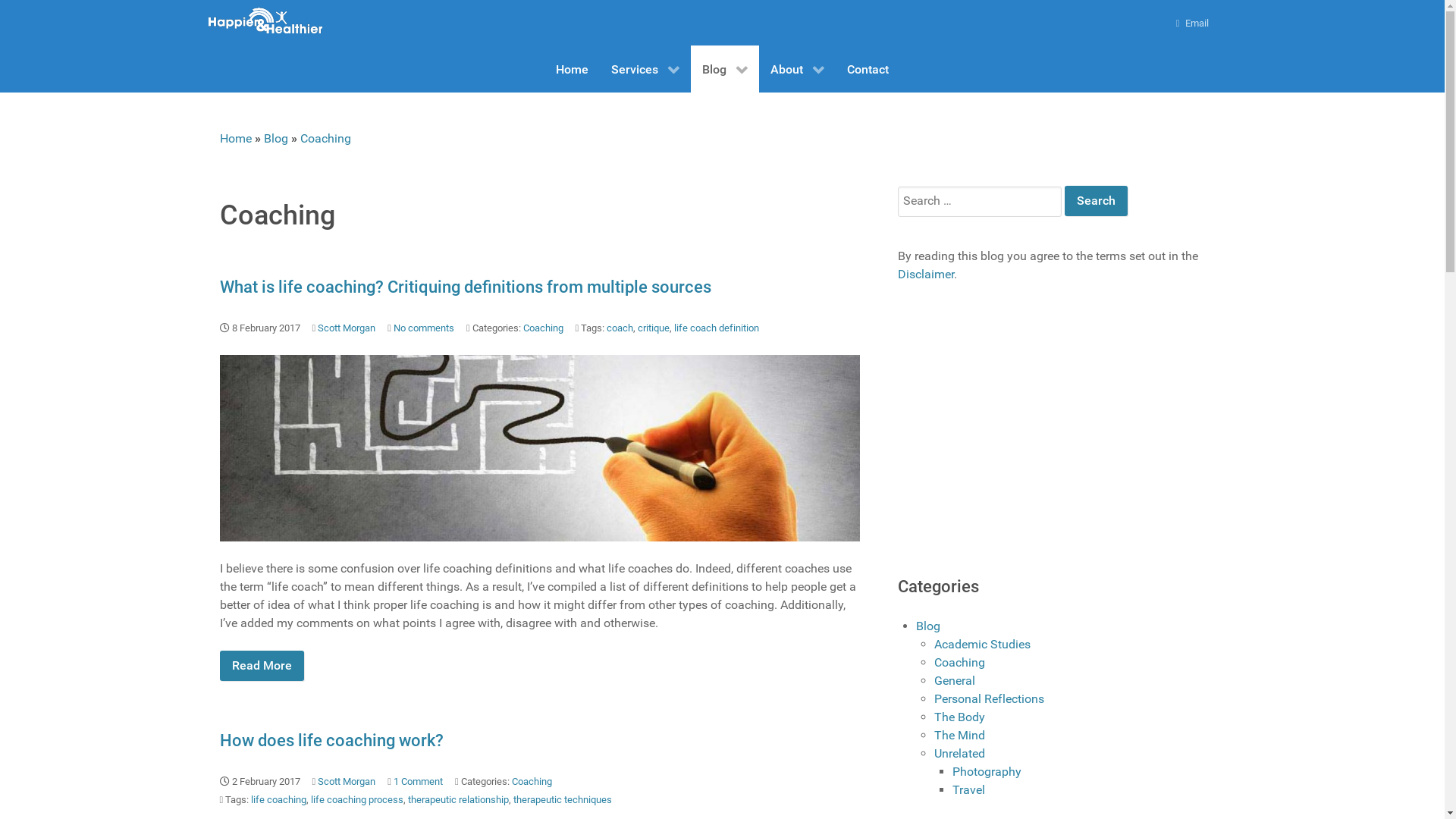  What do you see at coordinates (968, 789) in the screenshot?
I see `'Travel'` at bounding box center [968, 789].